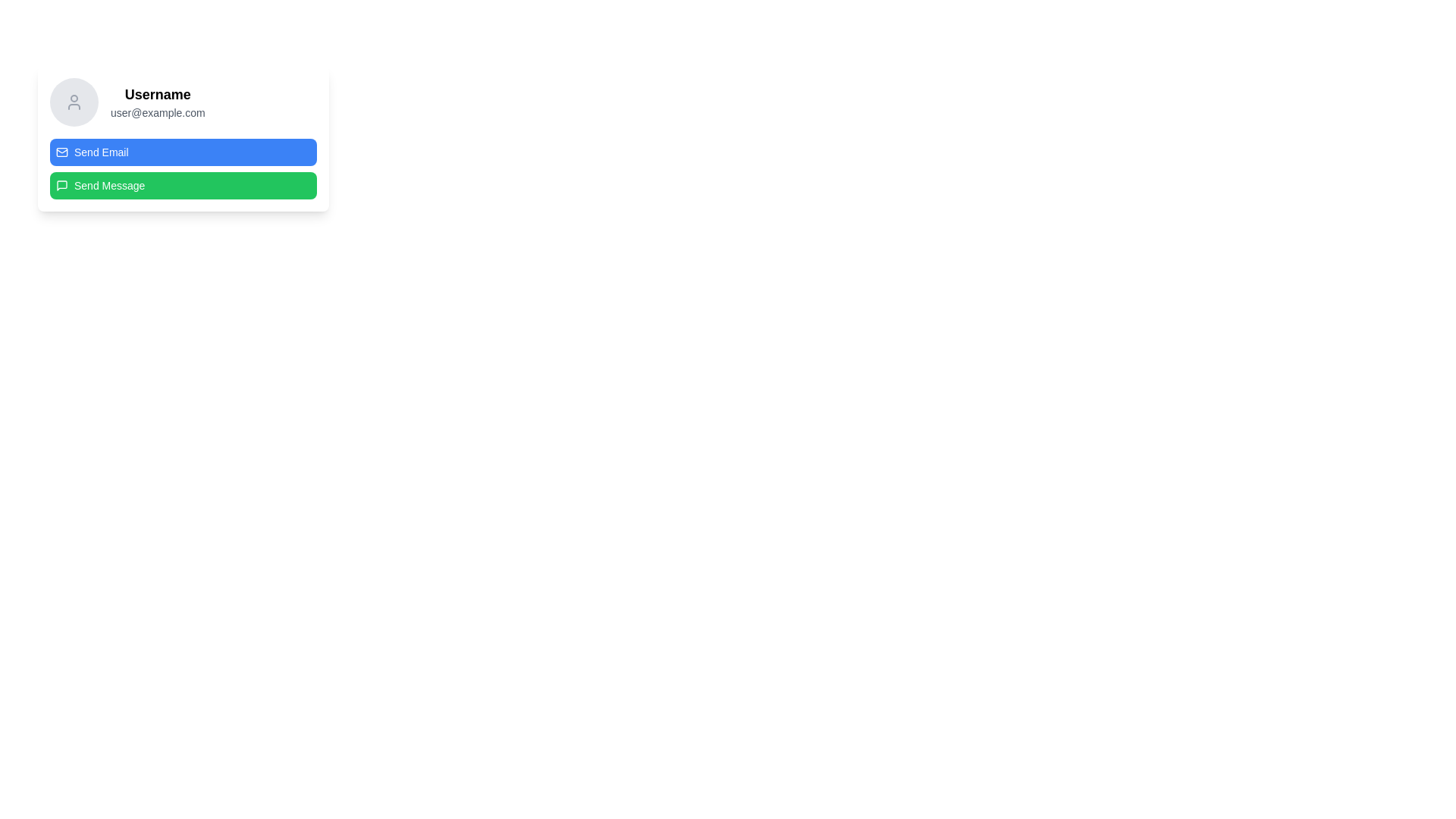 The width and height of the screenshot is (1456, 819). I want to click on the 'Send Email' button which contains the icon indicating the action of sending an email, located at the top-left corner of the button, so click(61, 152).